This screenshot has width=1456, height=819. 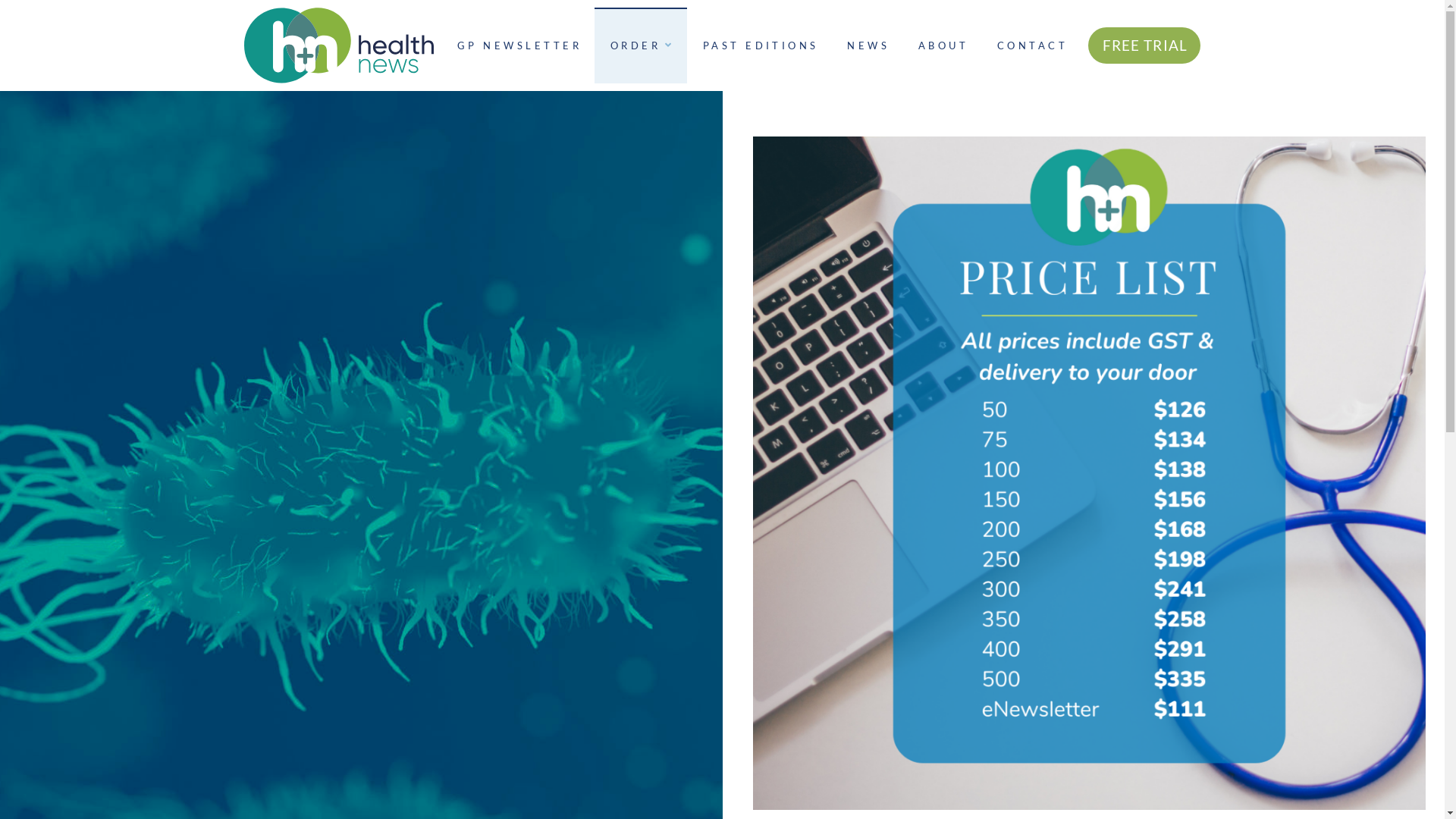 I want to click on 'NEWS', so click(x=866, y=45).